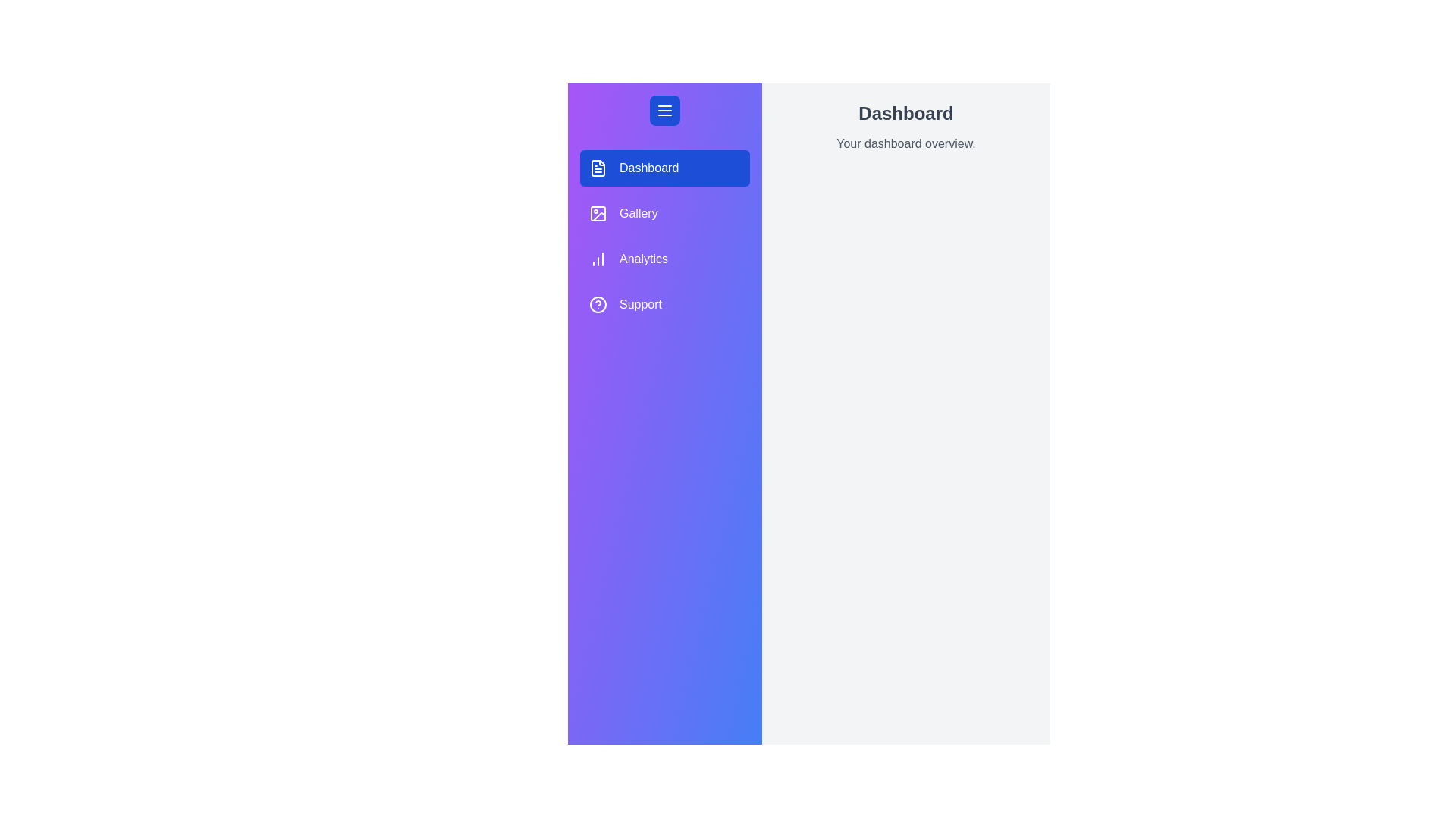 The image size is (1456, 819). Describe the element at coordinates (665, 259) in the screenshot. I see `the menu item labeled 'Analytics' to highlight it` at that location.